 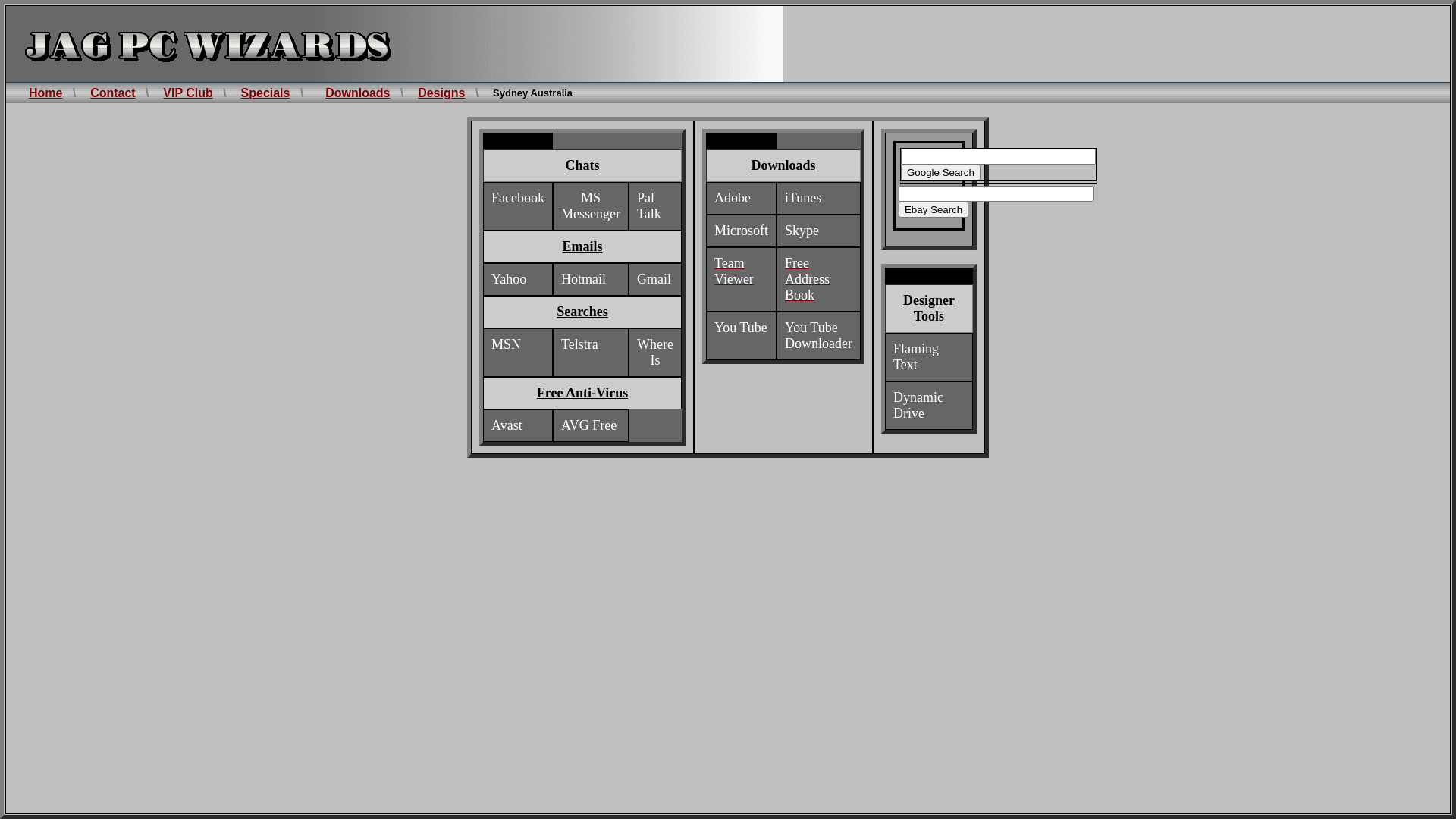 What do you see at coordinates (801, 231) in the screenshot?
I see `'Skype'` at bounding box center [801, 231].